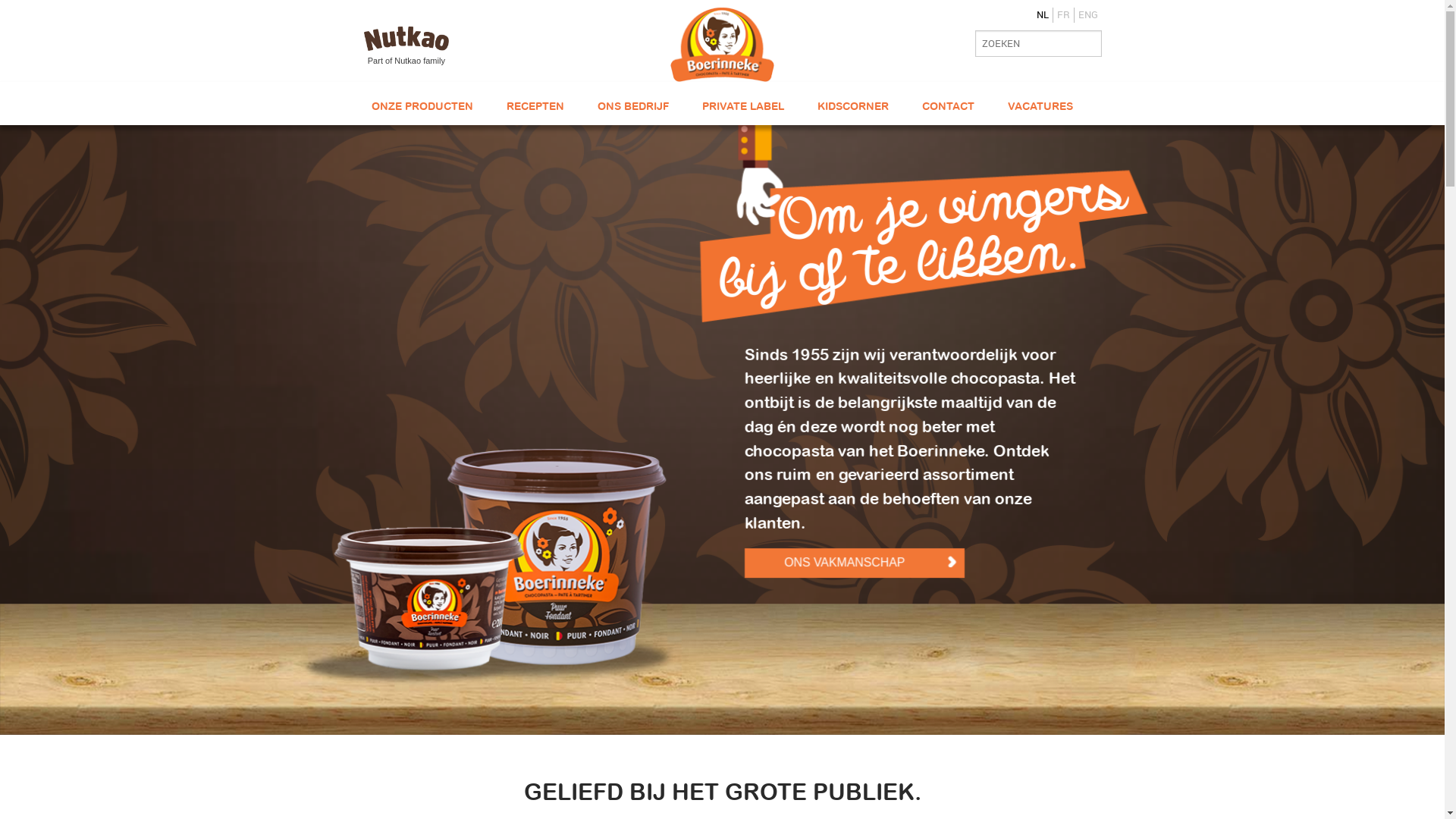  Describe the element at coordinates (947, 105) in the screenshot. I see `'CONTACT'` at that location.